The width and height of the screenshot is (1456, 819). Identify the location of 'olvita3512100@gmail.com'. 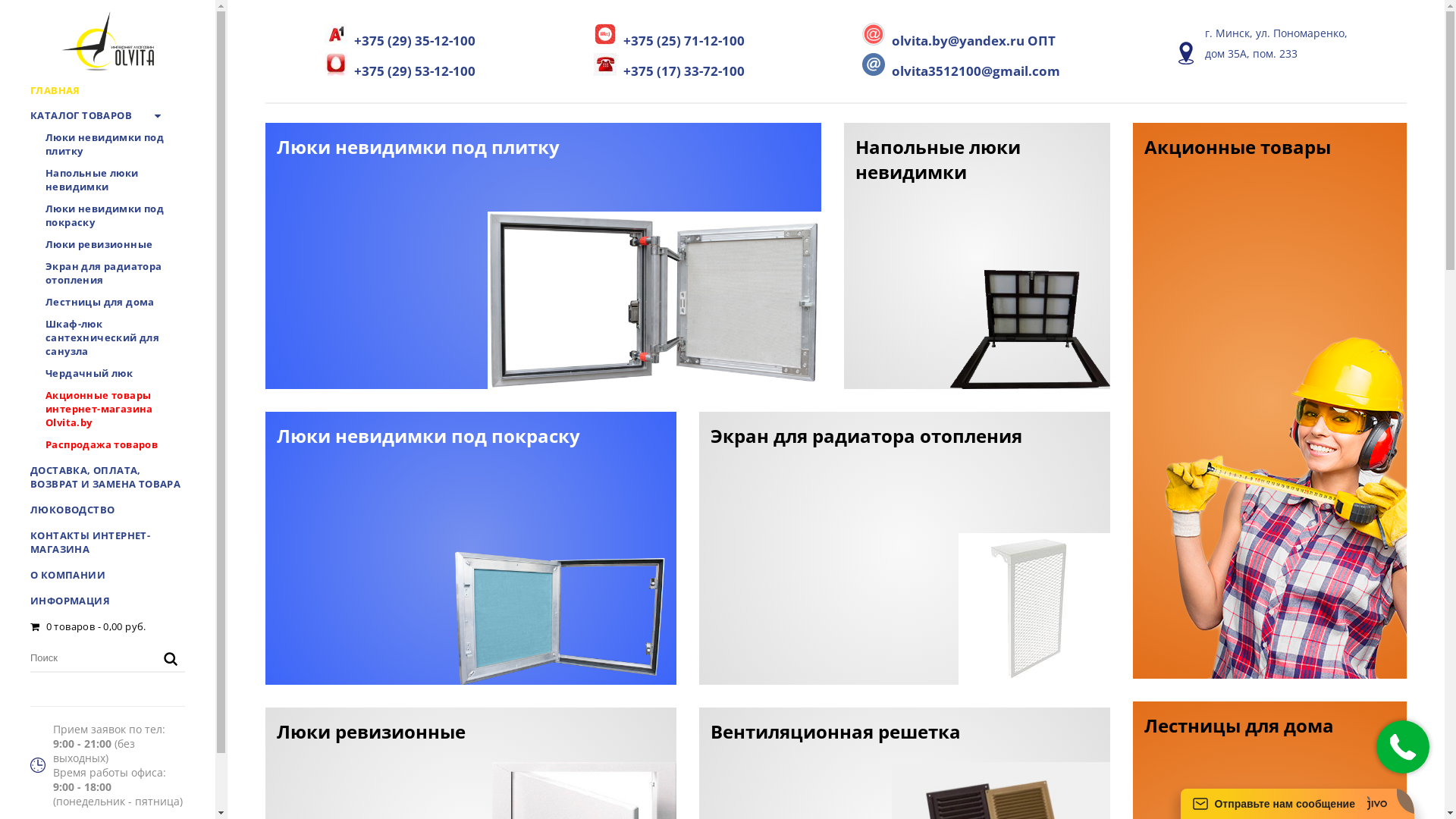
(960, 65).